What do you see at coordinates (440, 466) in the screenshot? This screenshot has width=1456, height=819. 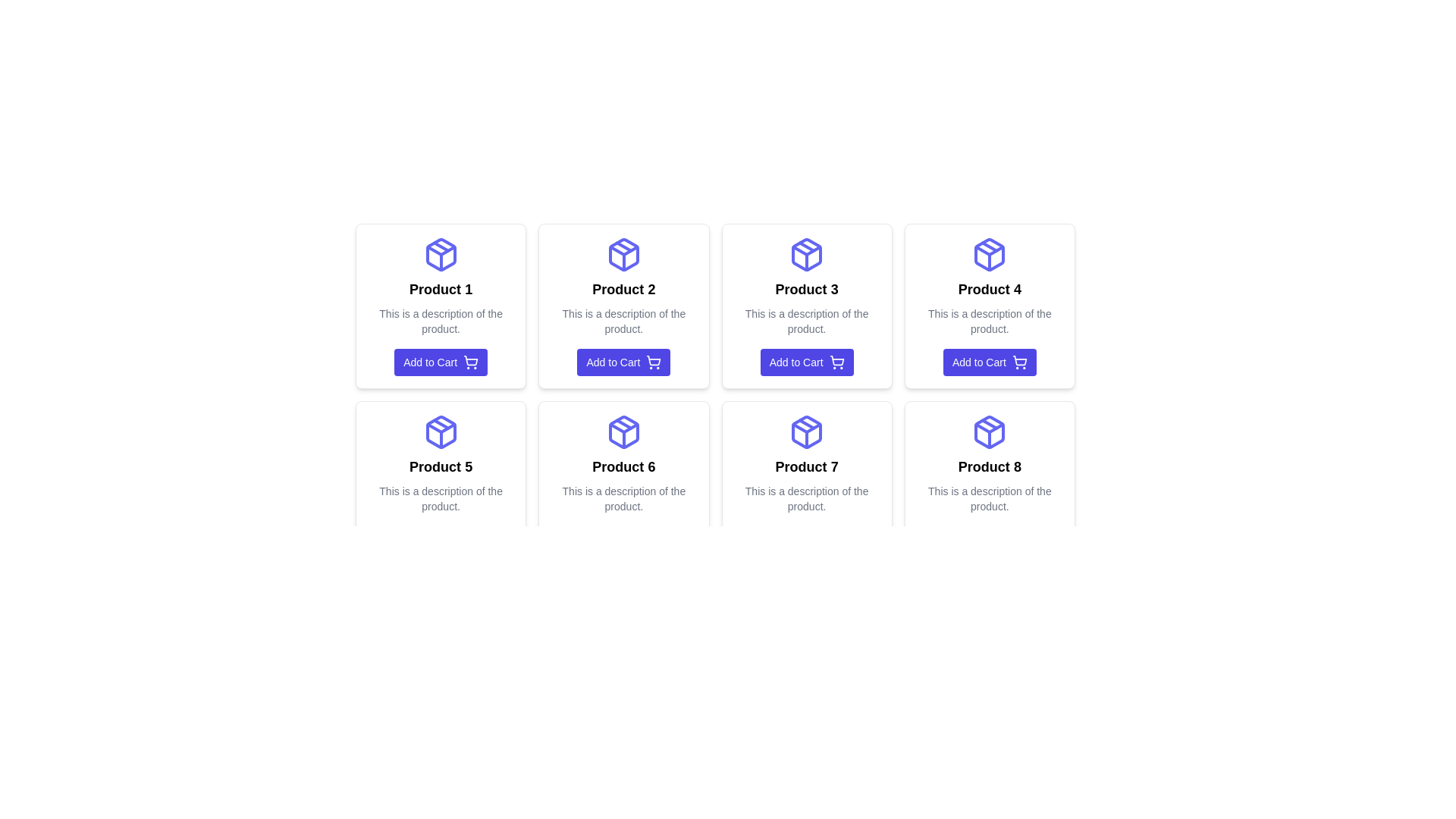 I see `text displayed in the title or name of the product in the first card of the second row of the grid layout, which is located above the product description` at bounding box center [440, 466].